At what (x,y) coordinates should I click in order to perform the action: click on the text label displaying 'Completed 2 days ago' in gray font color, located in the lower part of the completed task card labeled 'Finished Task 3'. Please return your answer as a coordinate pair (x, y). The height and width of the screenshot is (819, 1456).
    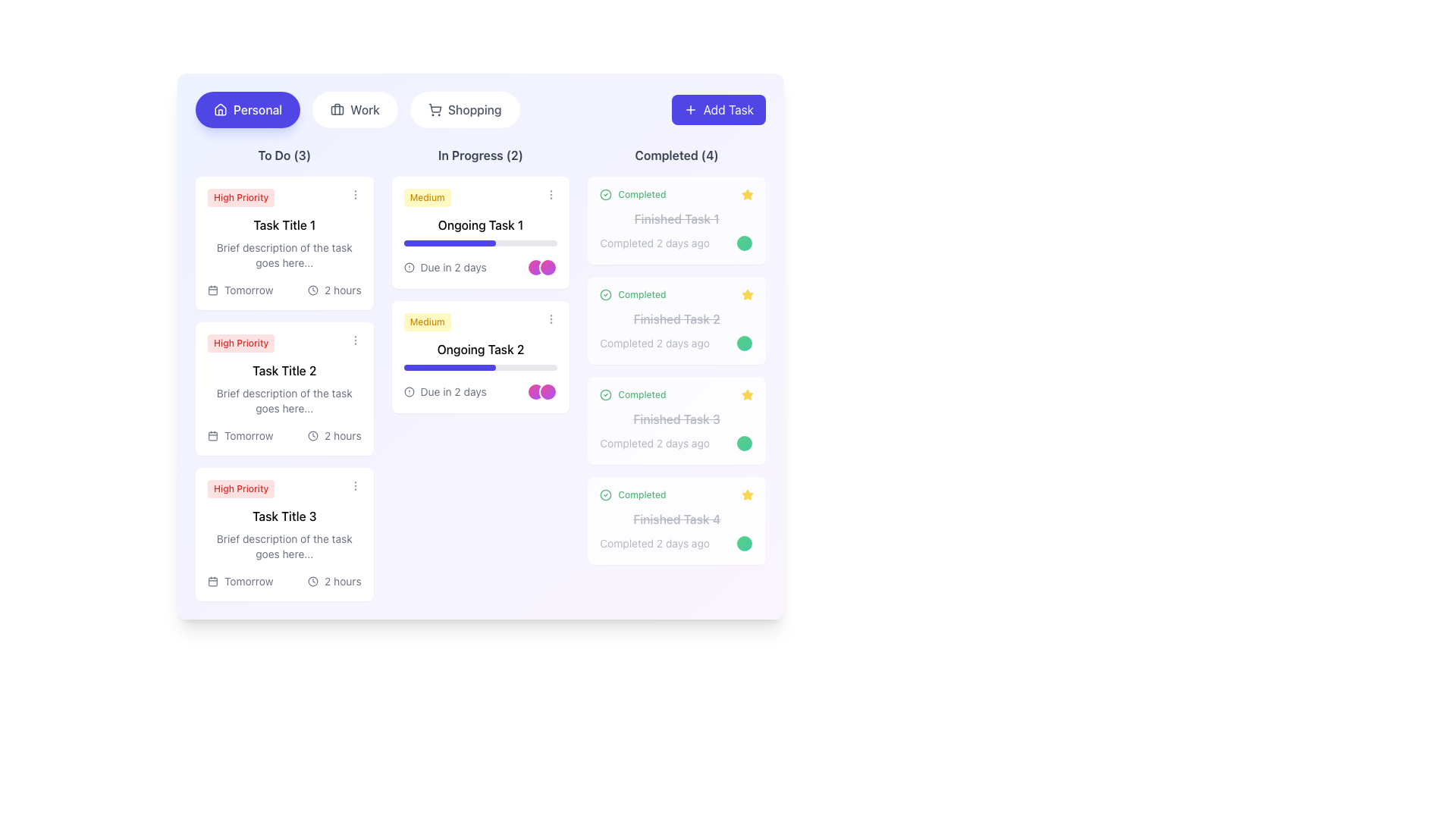
    Looking at the image, I should click on (654, 444).